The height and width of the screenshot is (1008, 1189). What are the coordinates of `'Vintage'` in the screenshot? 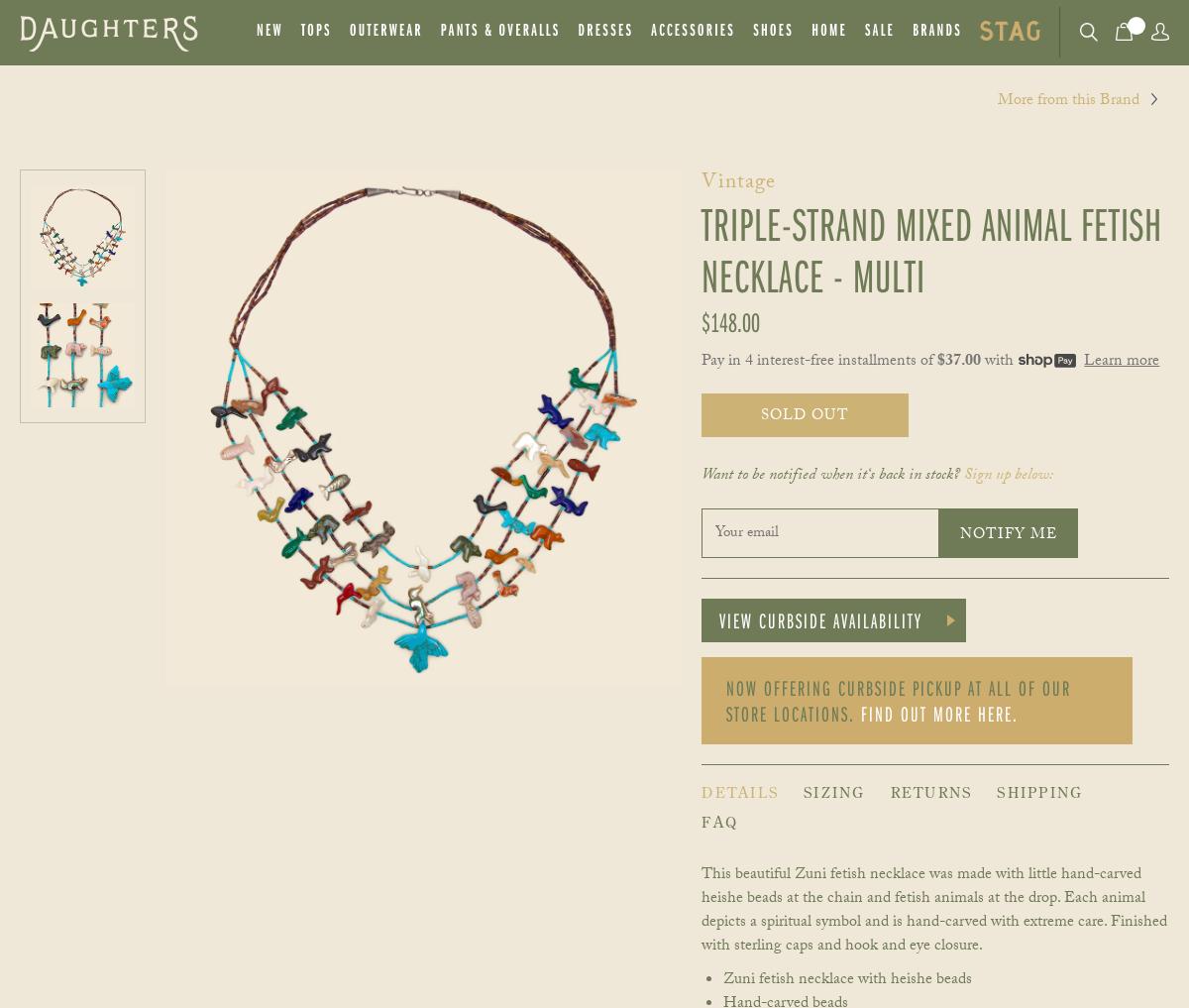 It's located at (702, 184).